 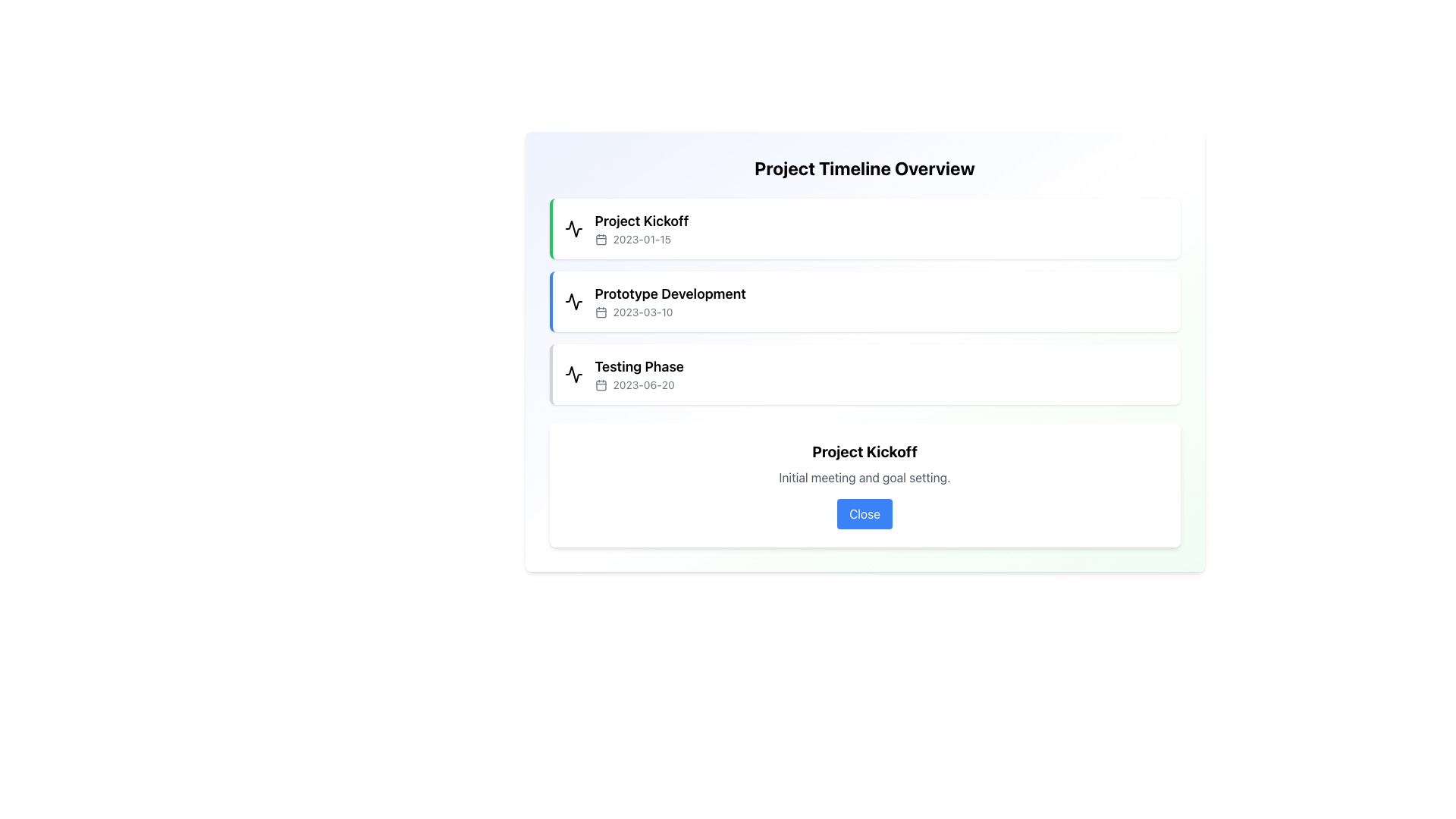 What do you see at coordinates (670, 301) in the screenshot?
I see `the 'Prototype Development' text label with icon in the project timeline list to initiate related actions` at bounding box center [670, 301].